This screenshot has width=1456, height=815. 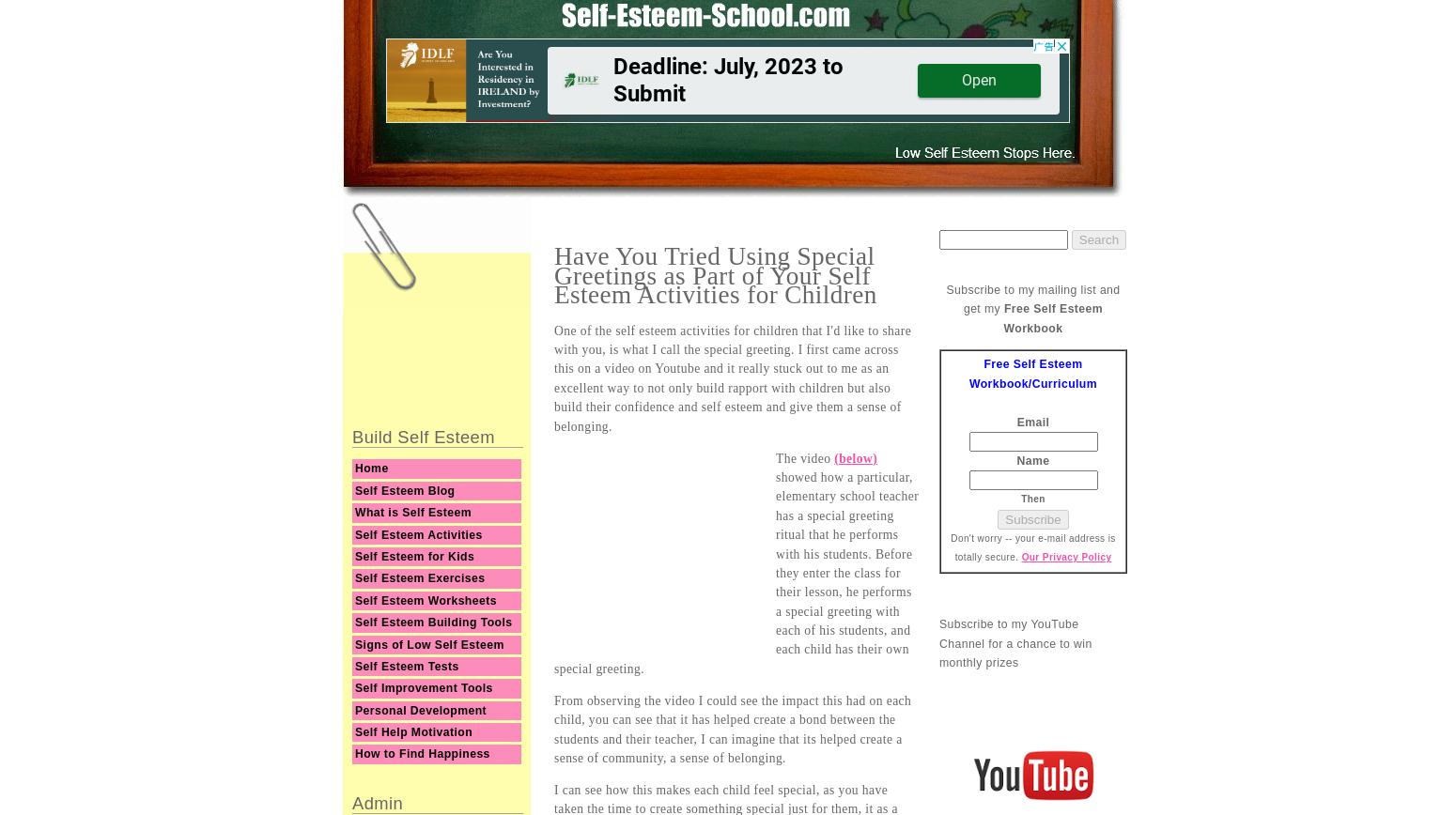 I want to click on 'Admin', so click(x=378, y=802).